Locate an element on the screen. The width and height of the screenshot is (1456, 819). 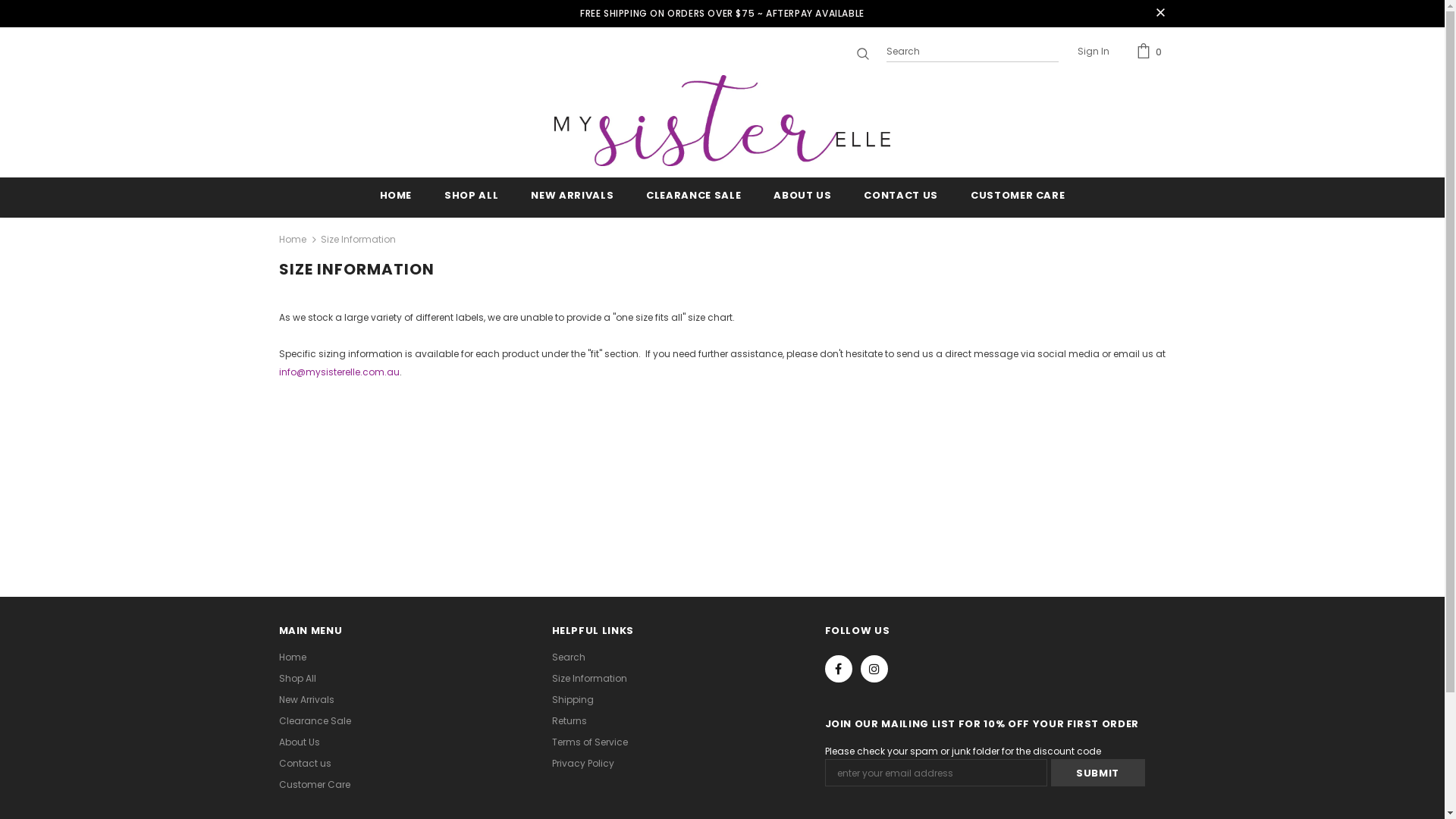
'HOME' is located at coordinates (396, 196).